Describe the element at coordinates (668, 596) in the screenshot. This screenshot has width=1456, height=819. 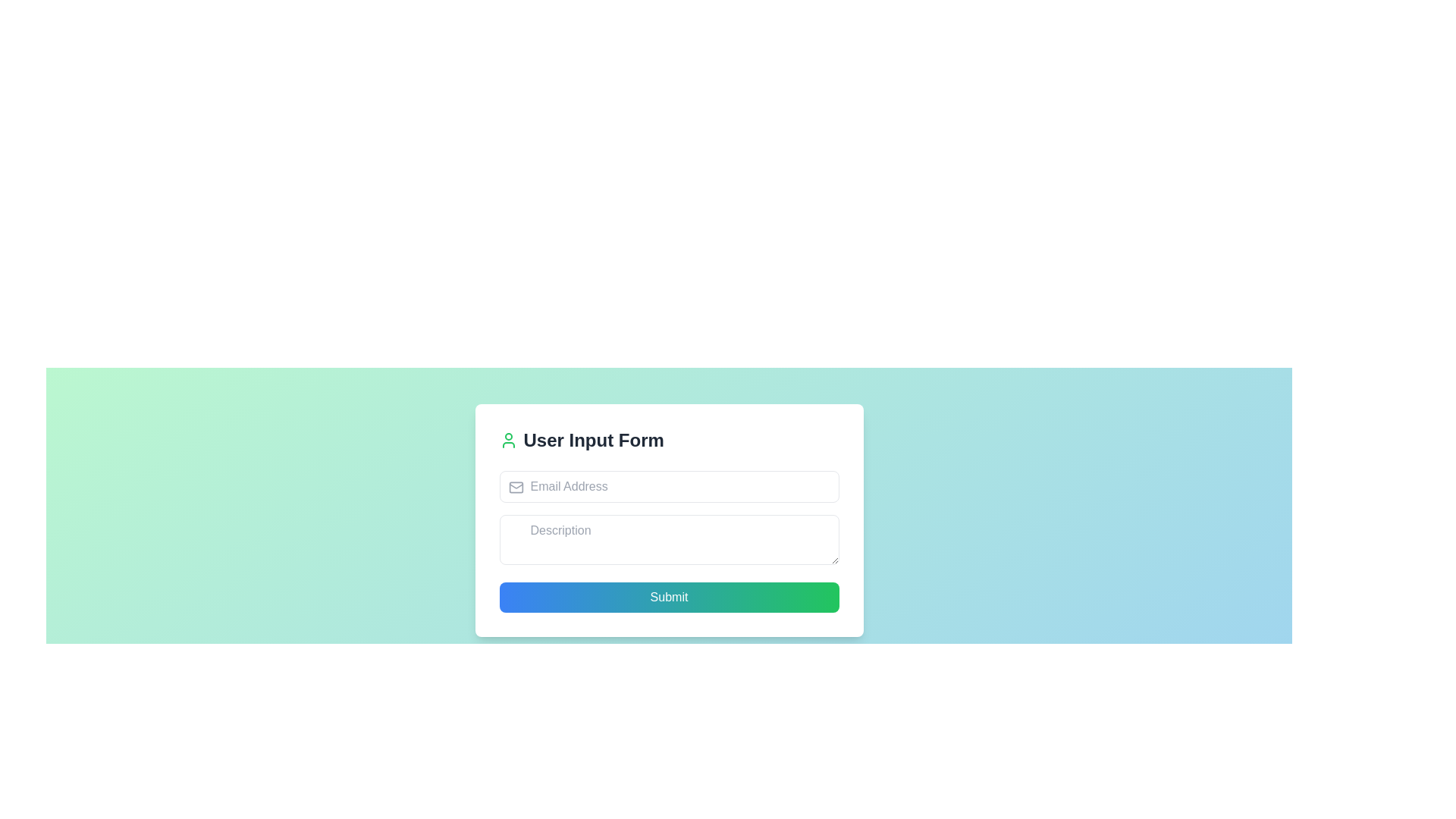
I see `the submission button located at the bottom of the form, directly underneath the 'Description' text input field` at that location.